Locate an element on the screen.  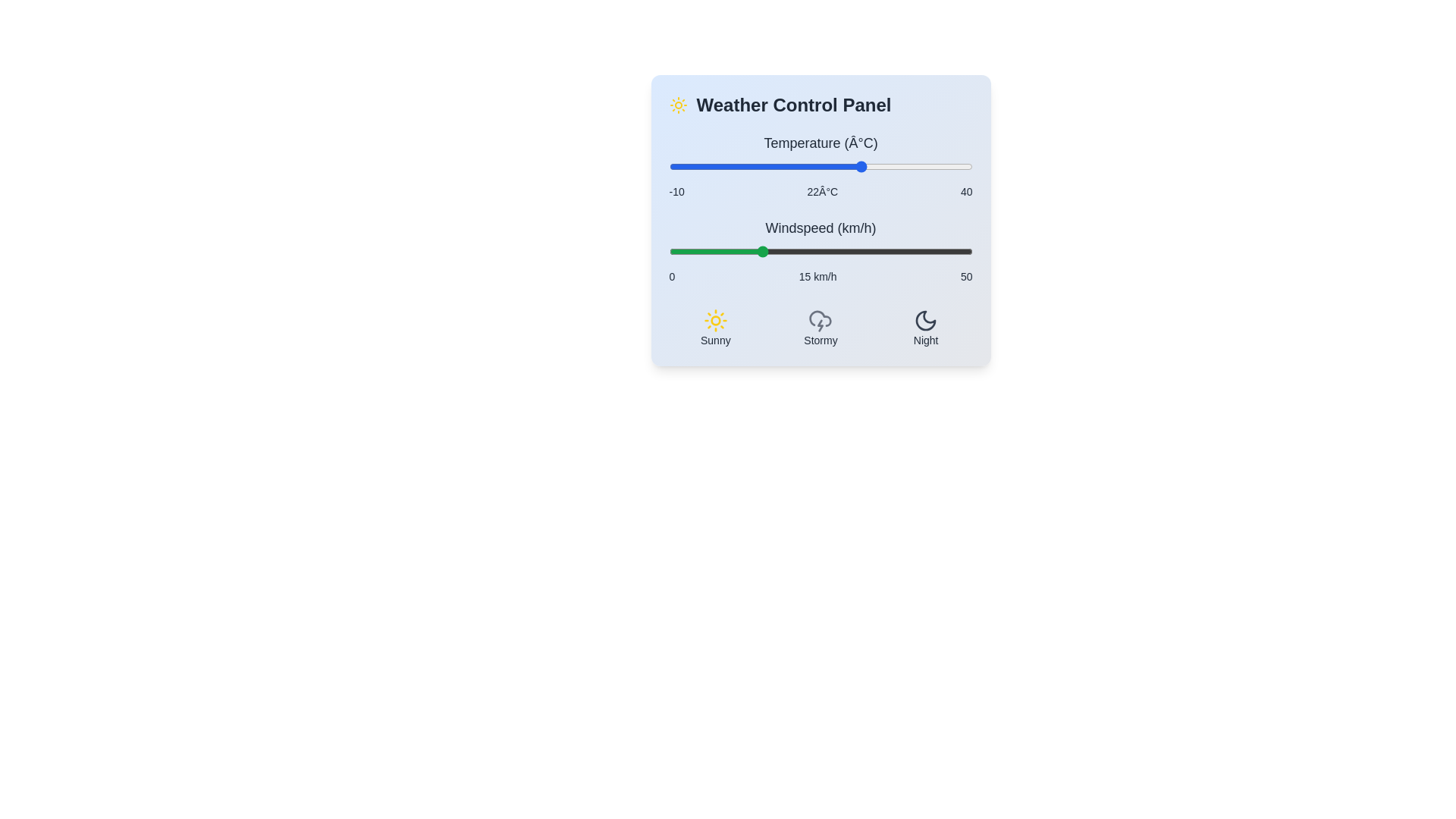
the 'Night' weather condition icon located in the bottom-right corner of the grid under the 'Weather Control Panel' is located at coordinates (925, 327).